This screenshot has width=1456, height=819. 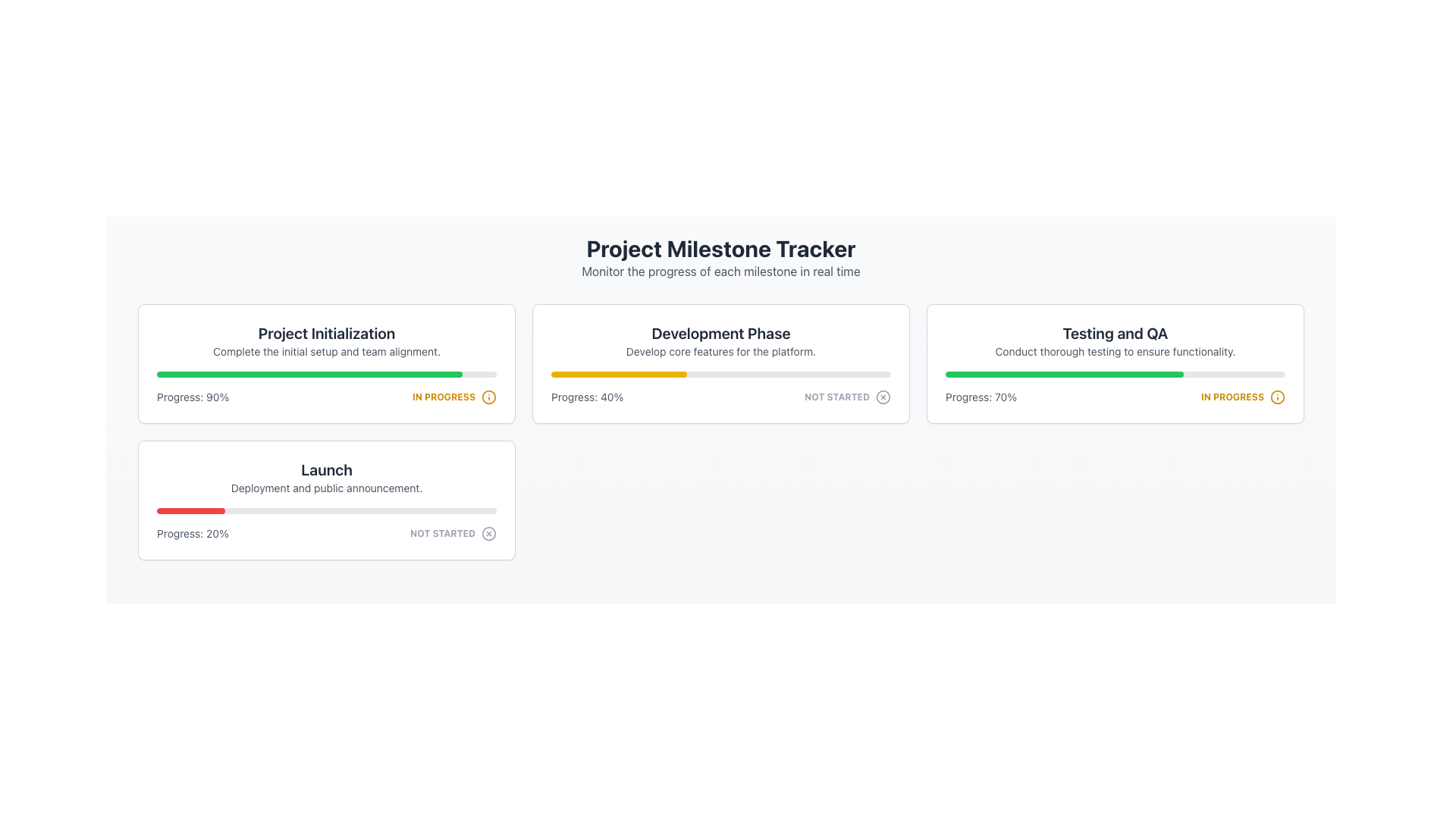 What do you see at coordinates (1232, 397) in the screenshot?
I see `the 'IN PROGRESS' label, which is styled in yellow-gold color and bold uppercase font, located in the top-right corner of the 'Testing and QA' milestone card, adjacent to the progress bar` at bounding box center [1232, 397].